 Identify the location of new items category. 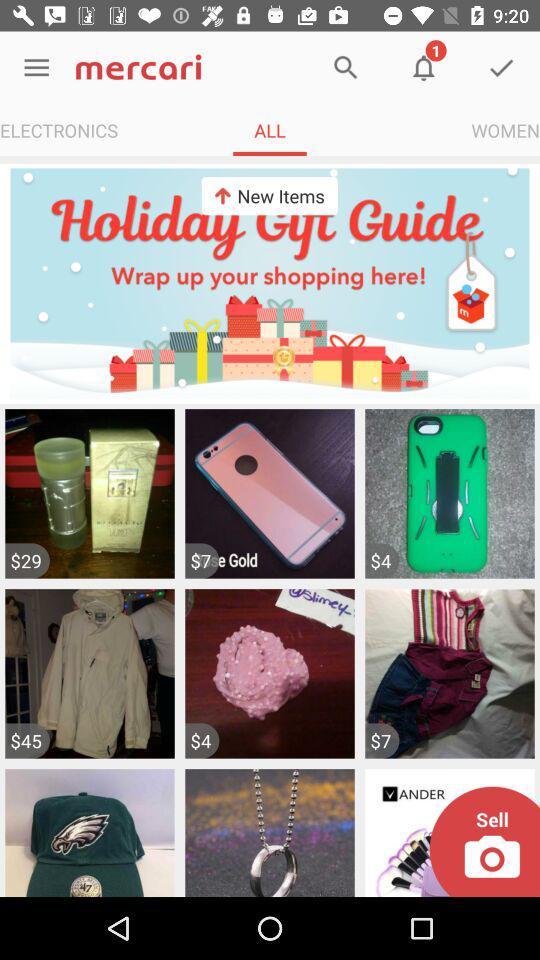
(270, 282).